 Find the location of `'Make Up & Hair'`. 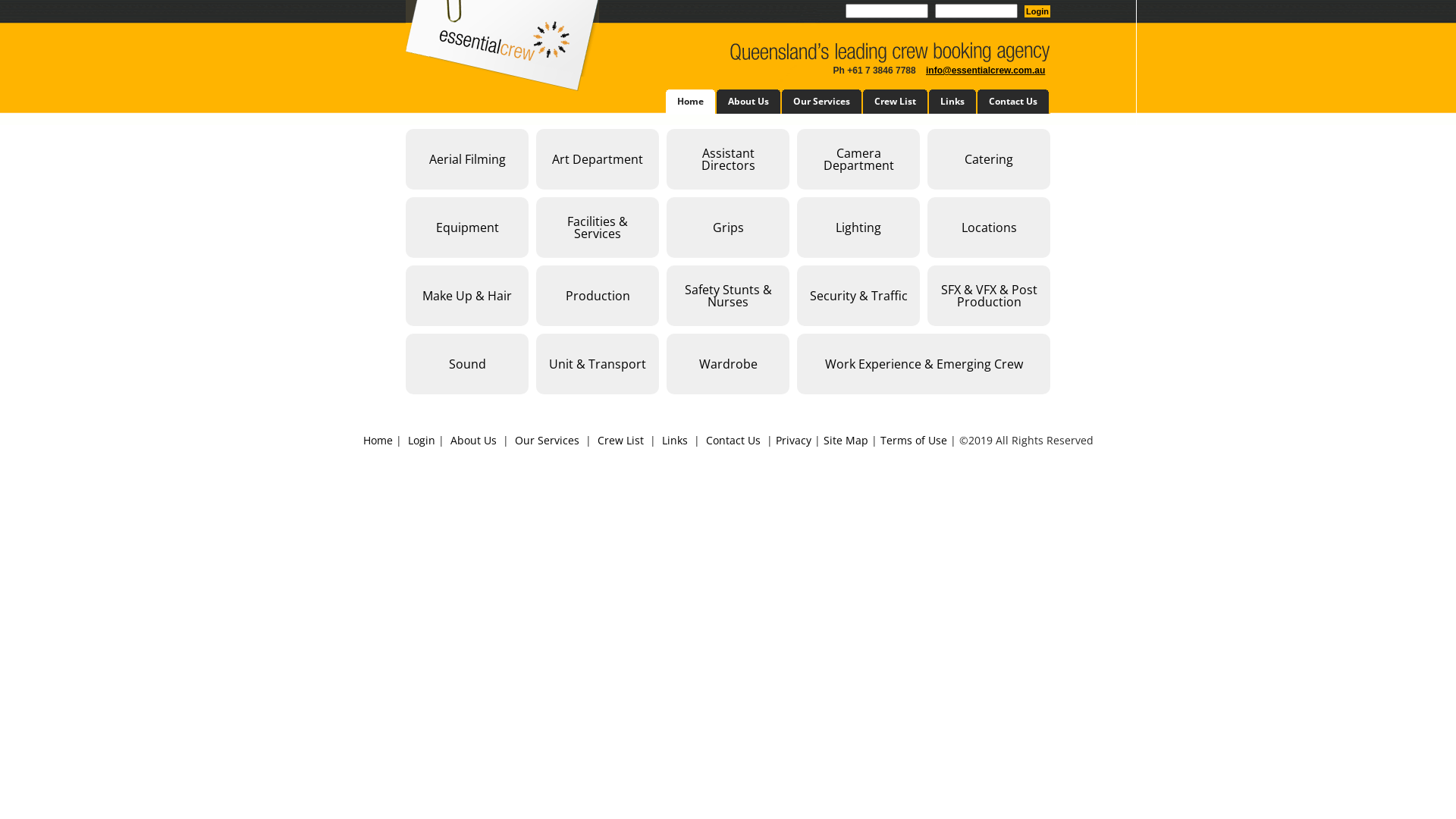

'Make Up & Hair' is located at coordinates (466, 295).